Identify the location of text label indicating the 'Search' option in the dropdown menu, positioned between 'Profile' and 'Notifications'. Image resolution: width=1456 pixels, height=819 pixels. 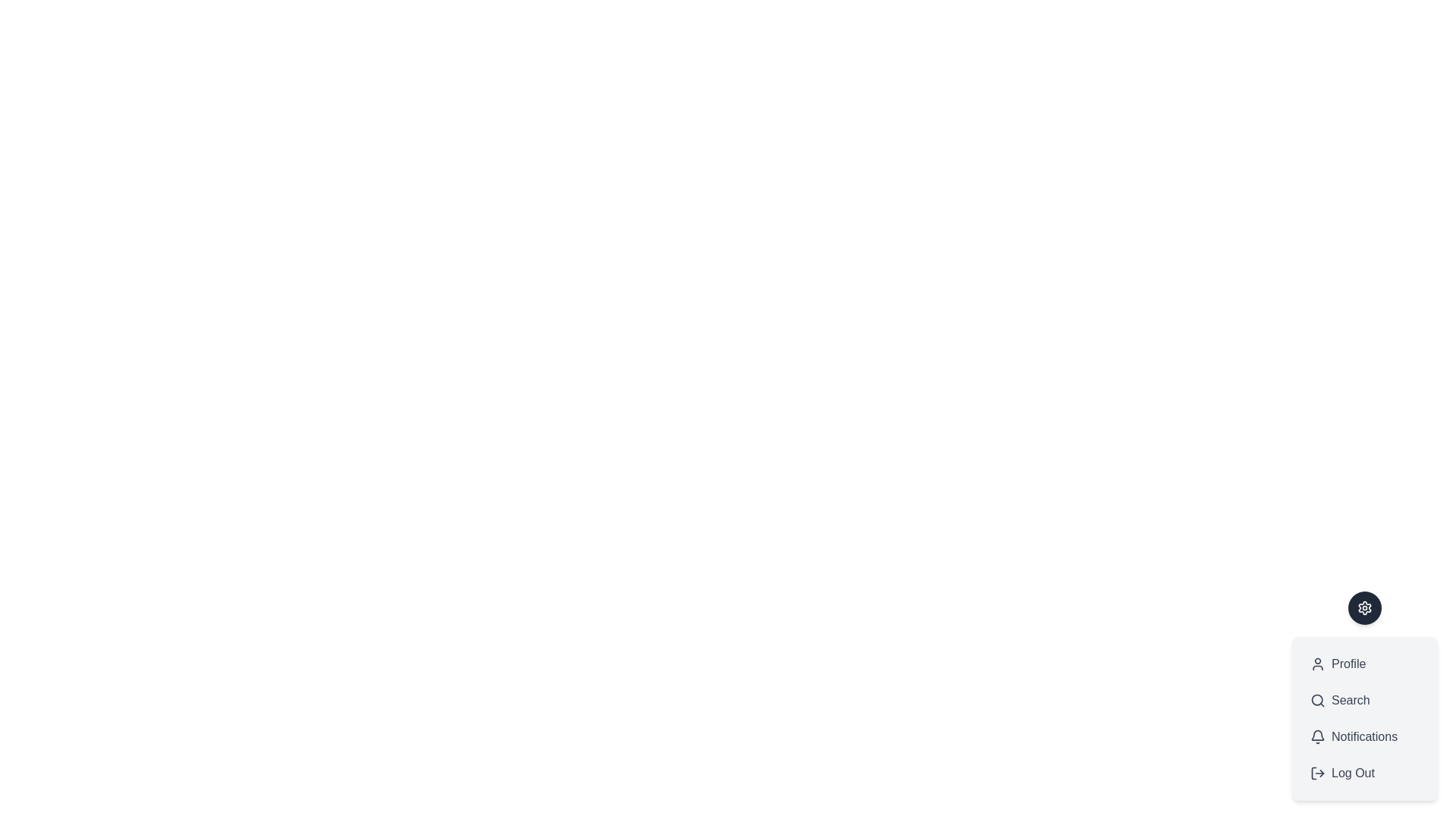
(1351, 701).